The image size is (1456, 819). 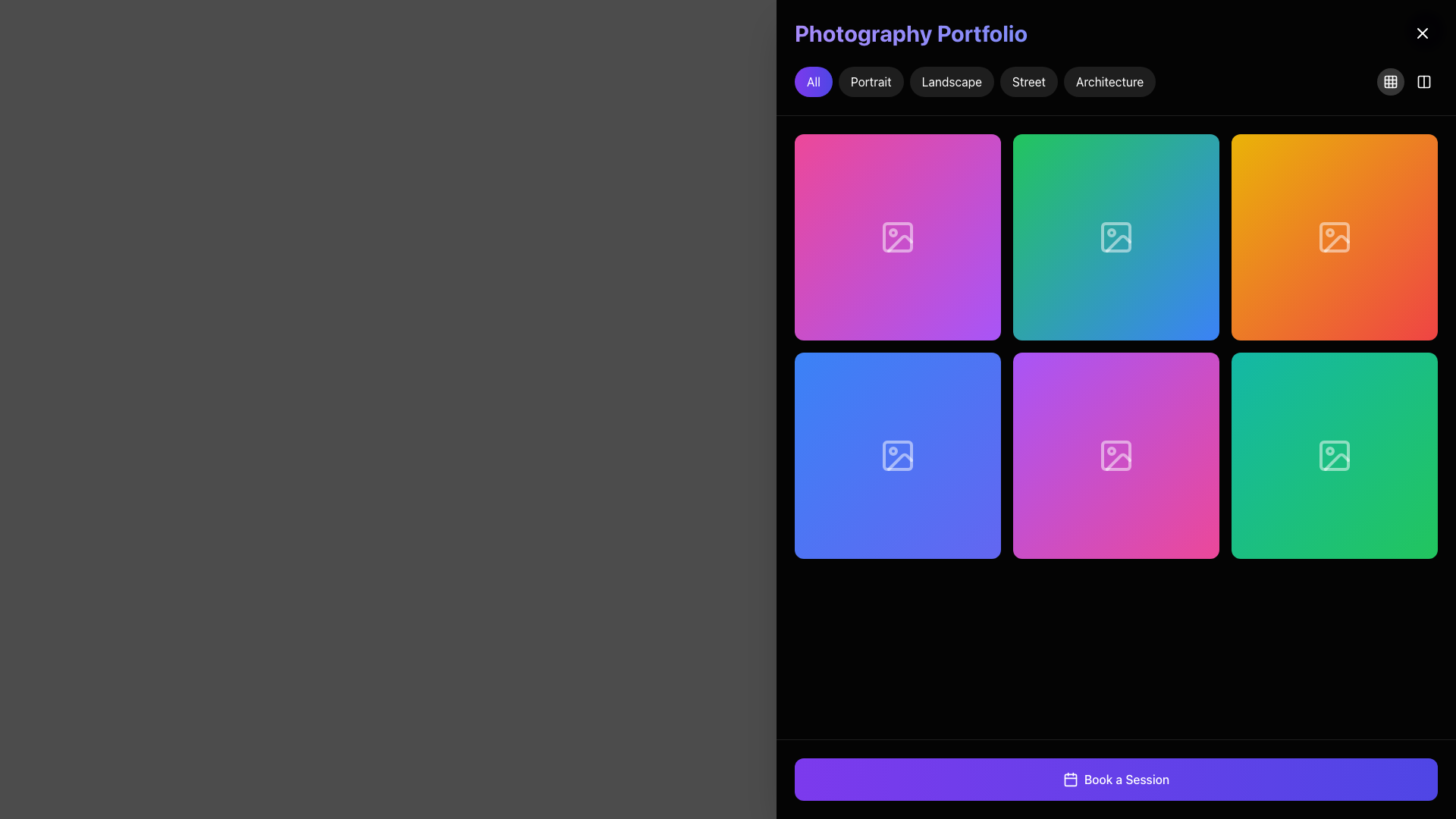 I want to click on the vector graphic segment located in the second row, third column of the grid layout, which is represented by minimalistic line art styling, so click(x=934, y=458).